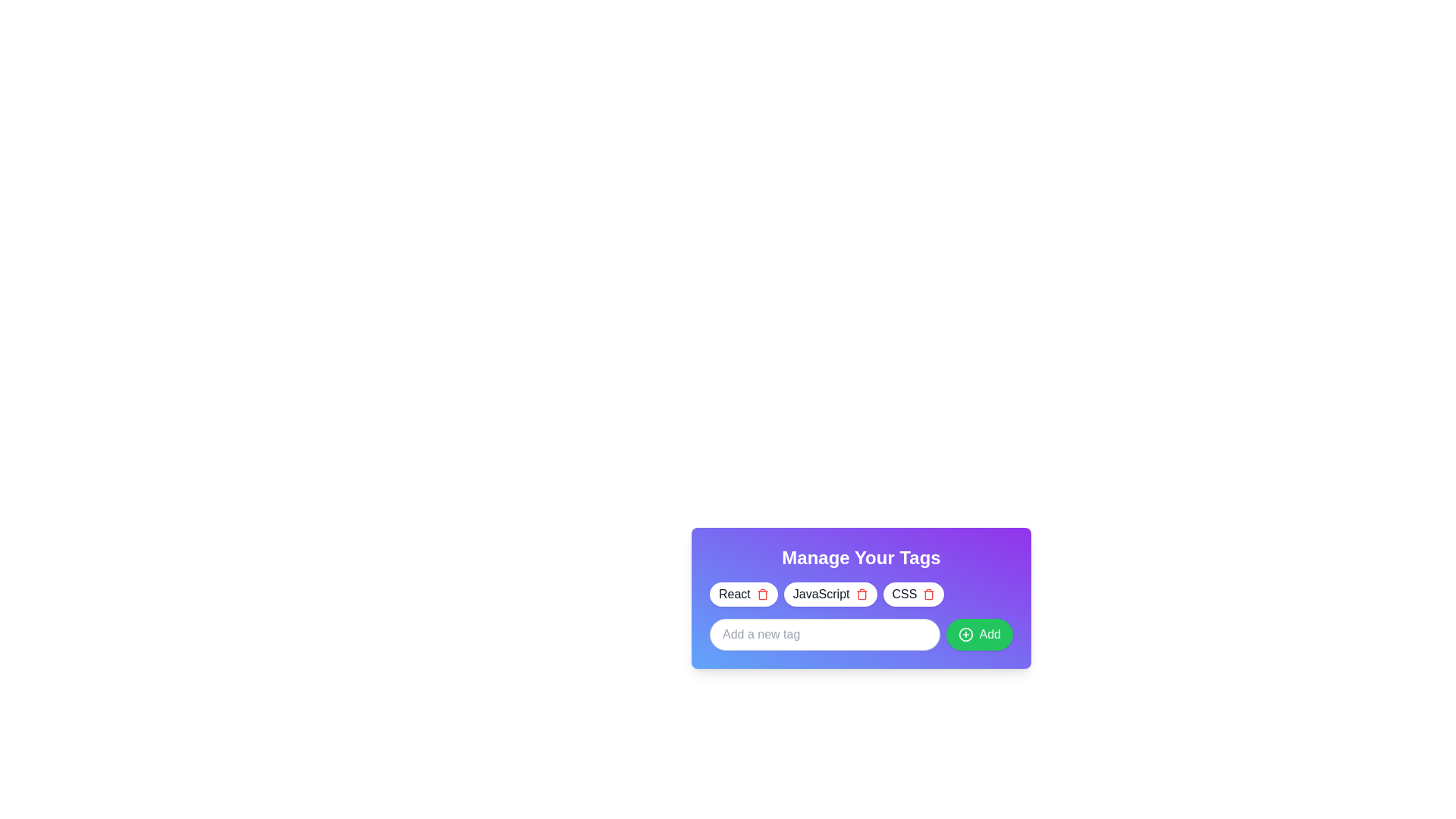 This screenshot has width=1456, height=819. I want to click on the decorative SVG Circle element of the 'Add' button located in the bottom right of the 'Manage Your Tags' section, so click(965, 635).